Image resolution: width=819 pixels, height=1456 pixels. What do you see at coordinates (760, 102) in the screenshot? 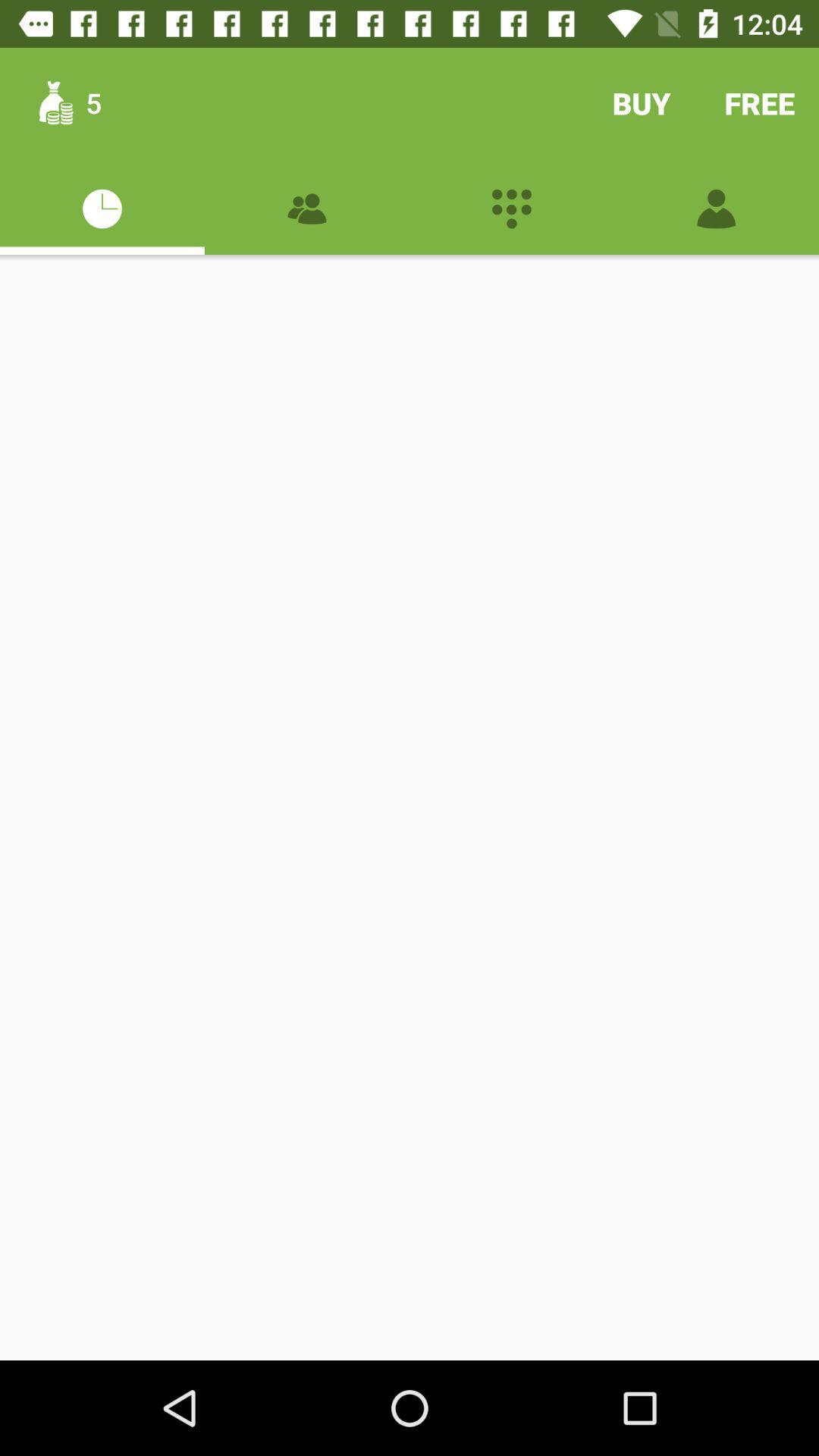
I see `the icon to the right of the buy item` at bounding box center [760, 102].